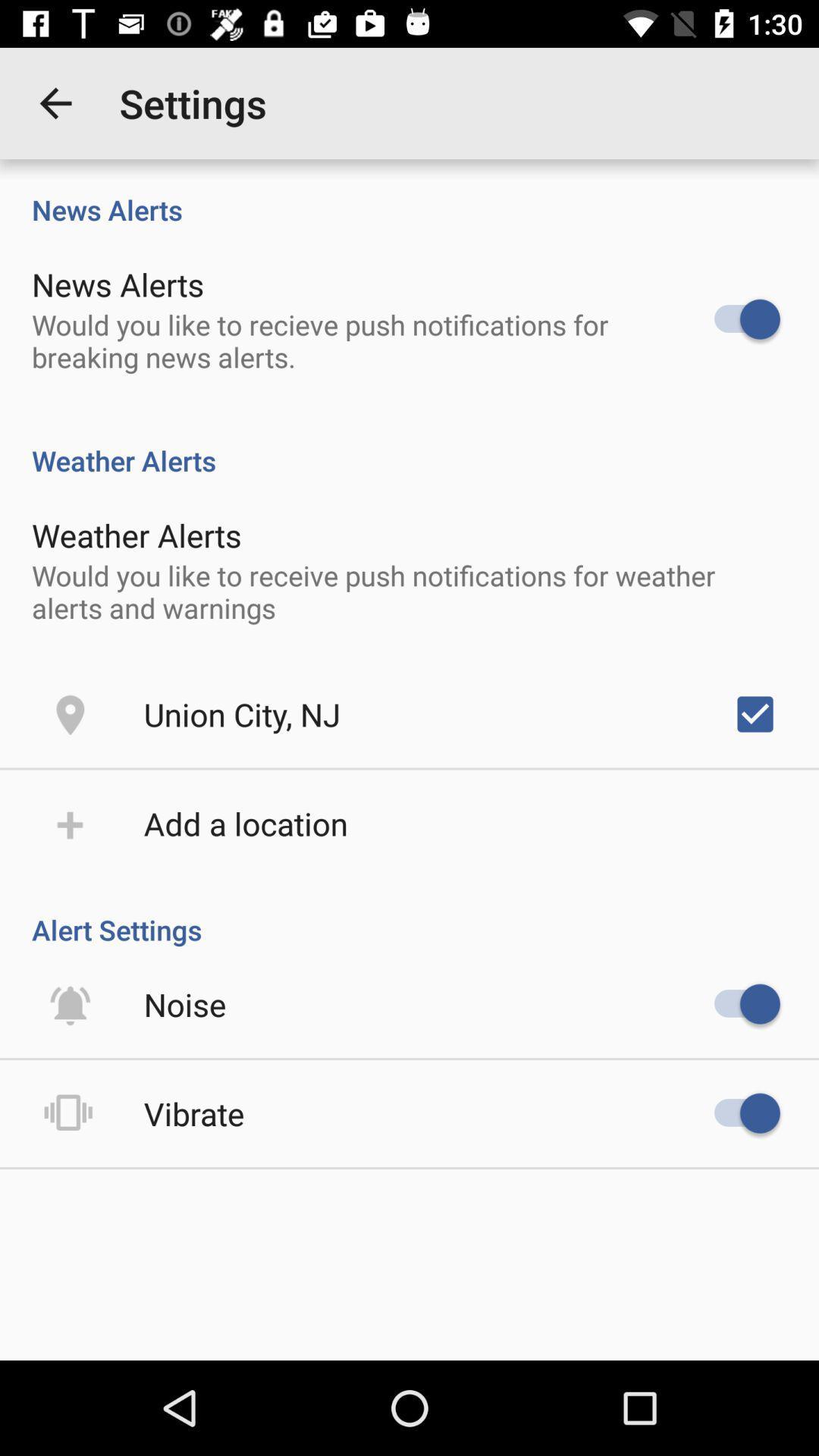  I want to click on vibrate, so click(193, 1113).